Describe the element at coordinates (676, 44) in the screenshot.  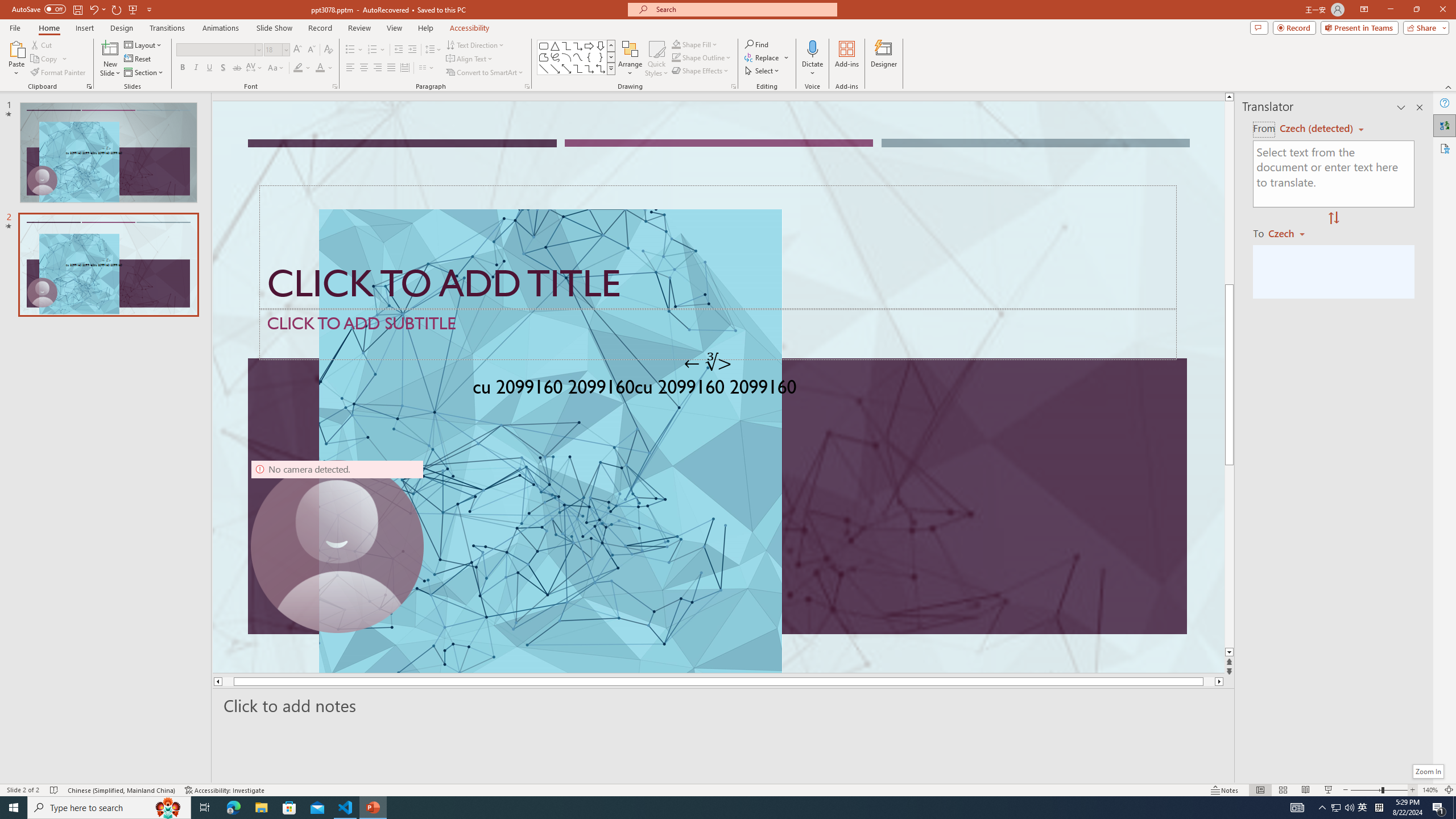
I see `'Shape Fill Dark Green, Accent 2'` at that location.